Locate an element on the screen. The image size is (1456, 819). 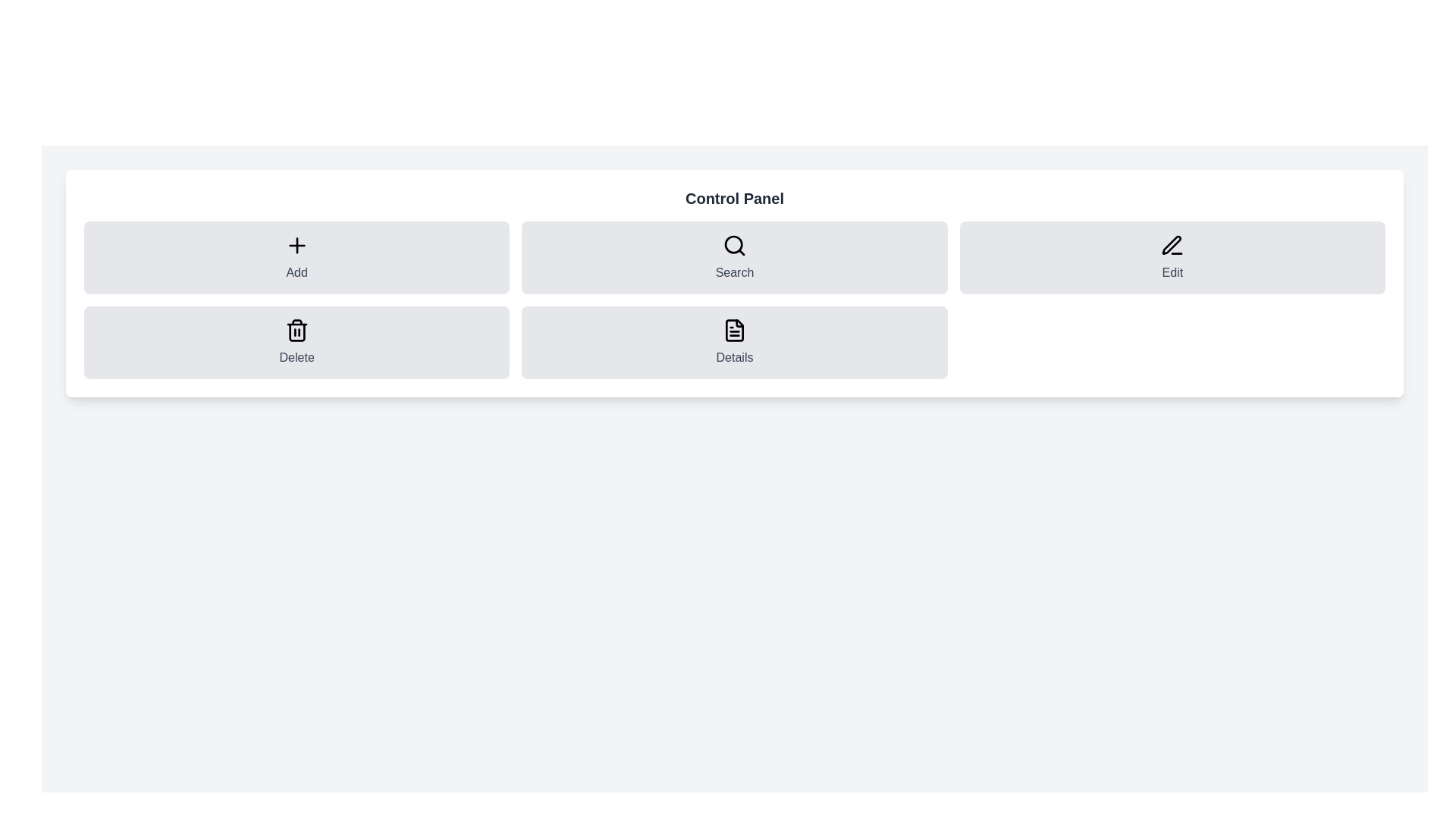
the tooltip with black background and white text that says 'Find existing records.' located below the 'Search' button is located at coordinates (735, 312).